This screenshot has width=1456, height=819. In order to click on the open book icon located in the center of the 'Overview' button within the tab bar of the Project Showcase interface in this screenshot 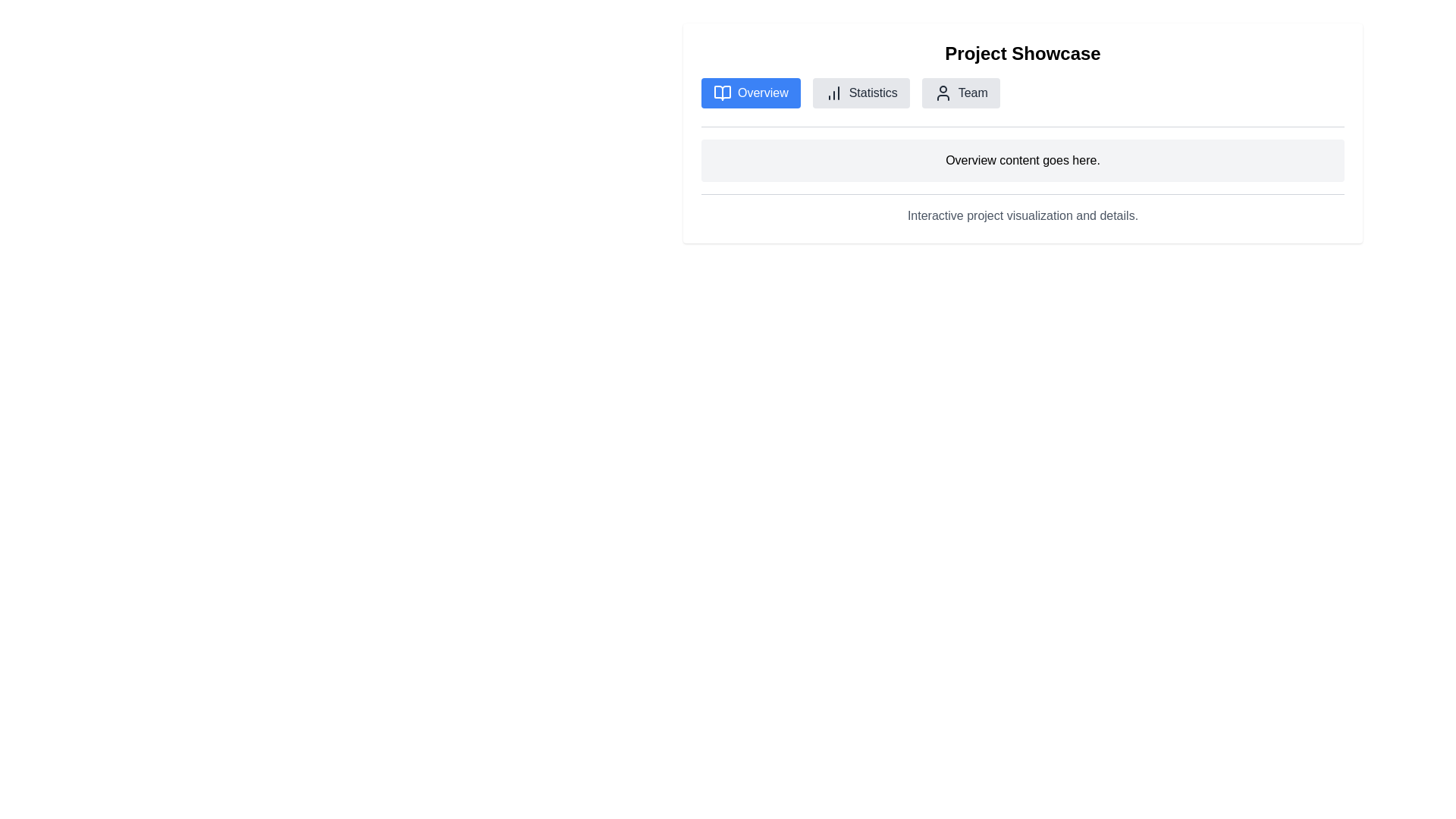, I will do `click(722, 93)`.